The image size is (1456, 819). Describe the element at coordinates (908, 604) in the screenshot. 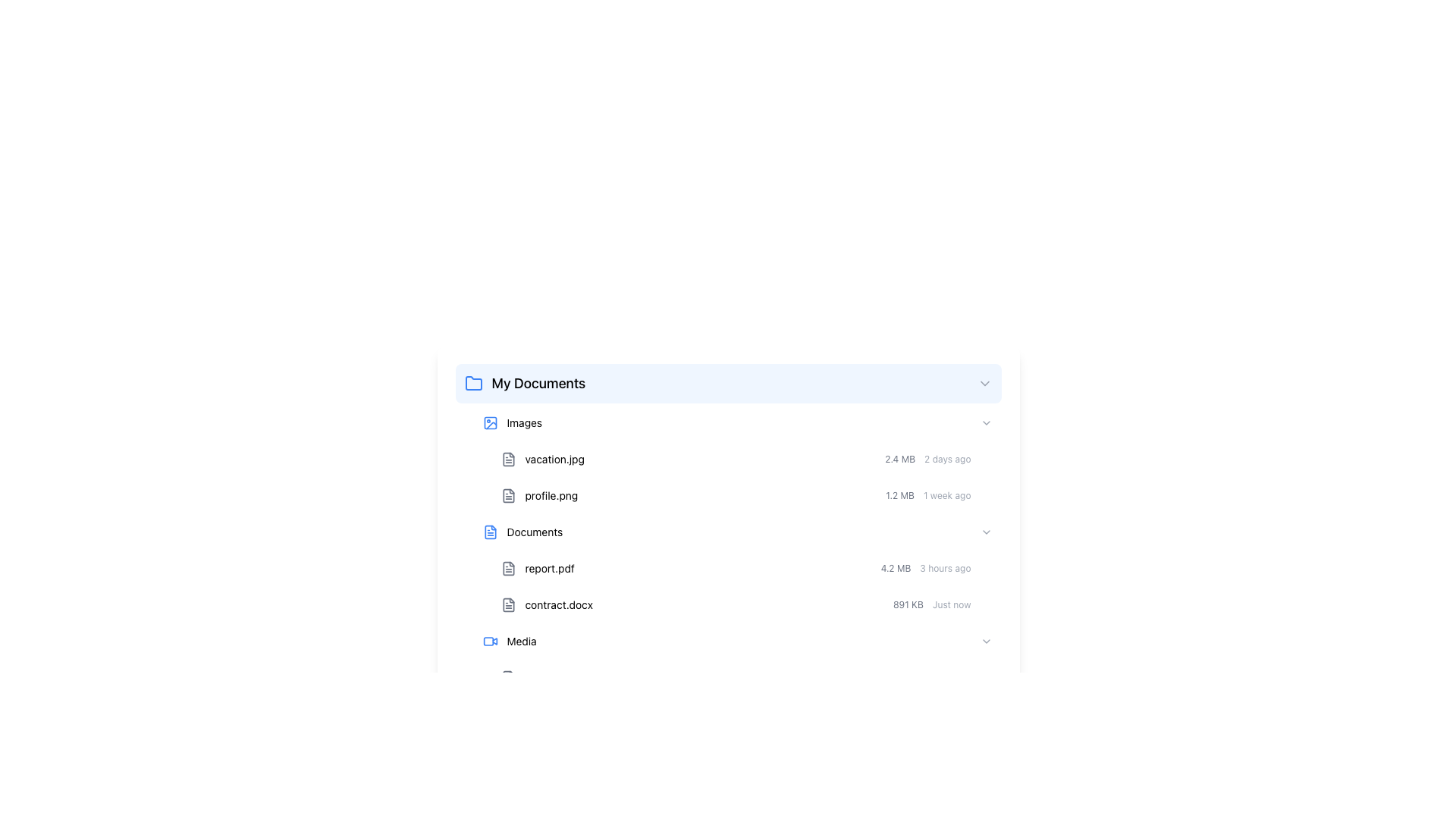

I see `the Label displaying '891 KB' in small gray font, indicating file size within the Documents folder section` at that location.